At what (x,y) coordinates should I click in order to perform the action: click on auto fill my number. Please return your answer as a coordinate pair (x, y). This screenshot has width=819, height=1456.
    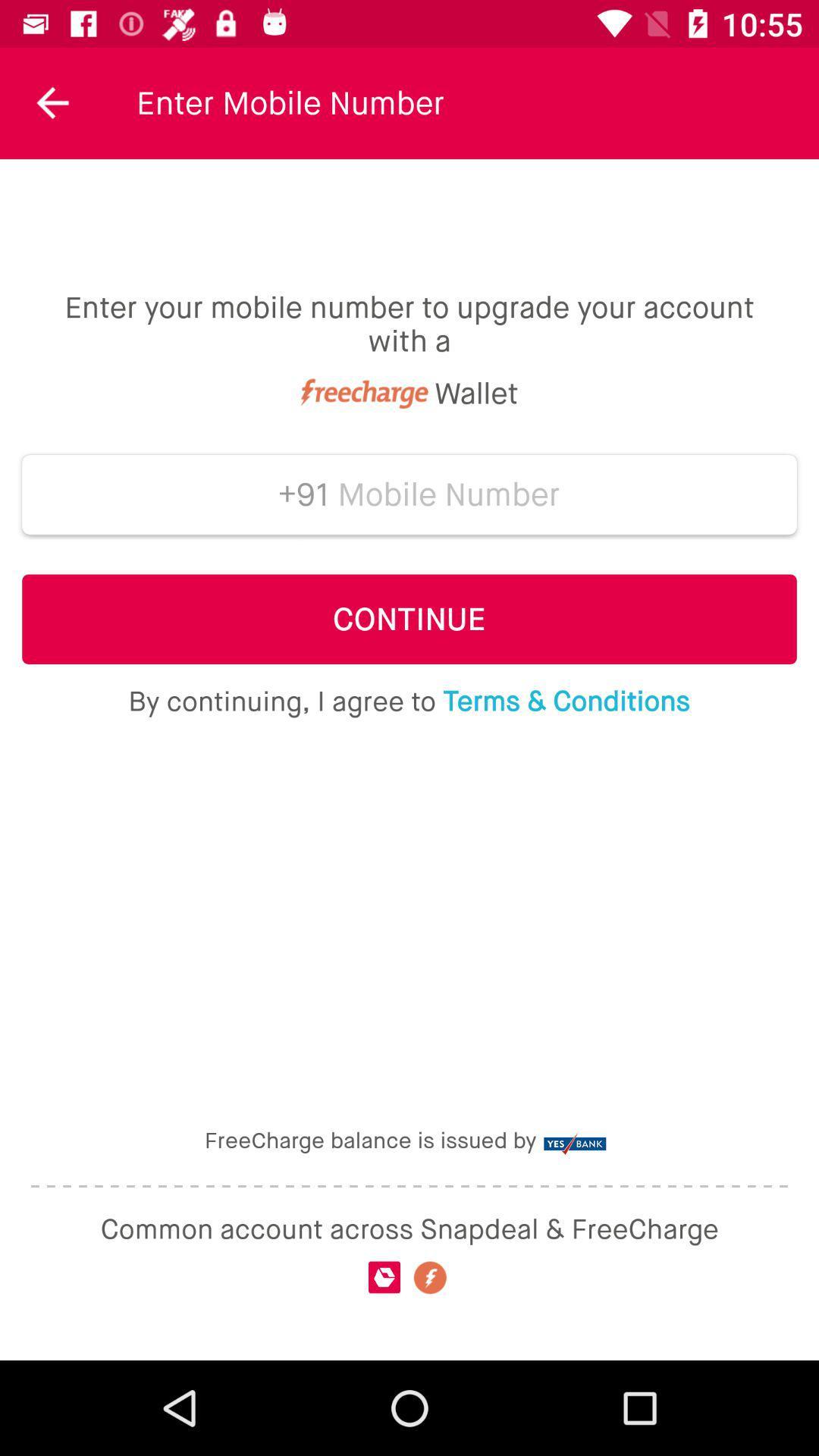
    Looking at the image, I should click on (448, 494).